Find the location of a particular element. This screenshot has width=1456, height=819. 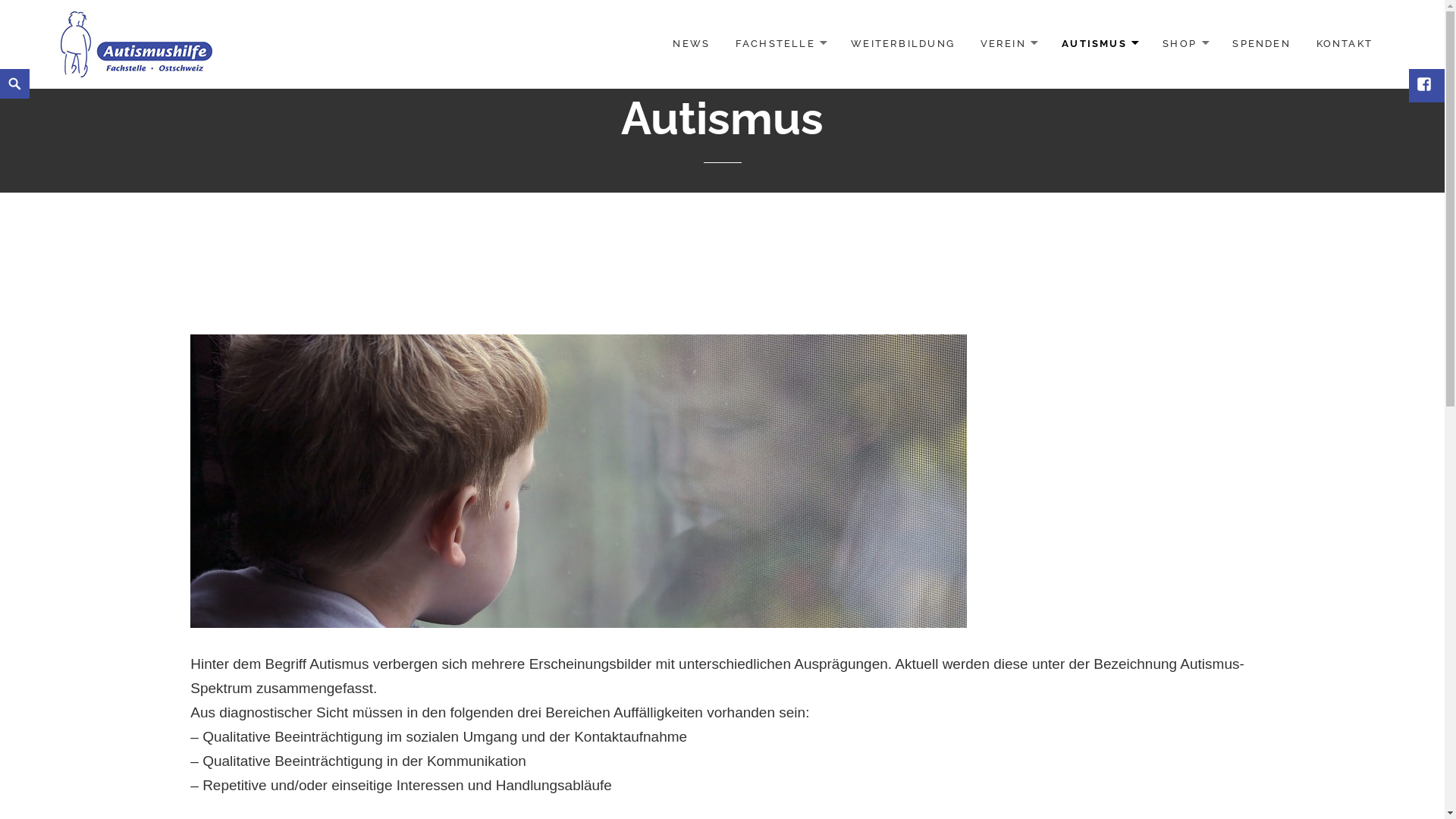

'SHOP' is located at coordinates (1184, 43).